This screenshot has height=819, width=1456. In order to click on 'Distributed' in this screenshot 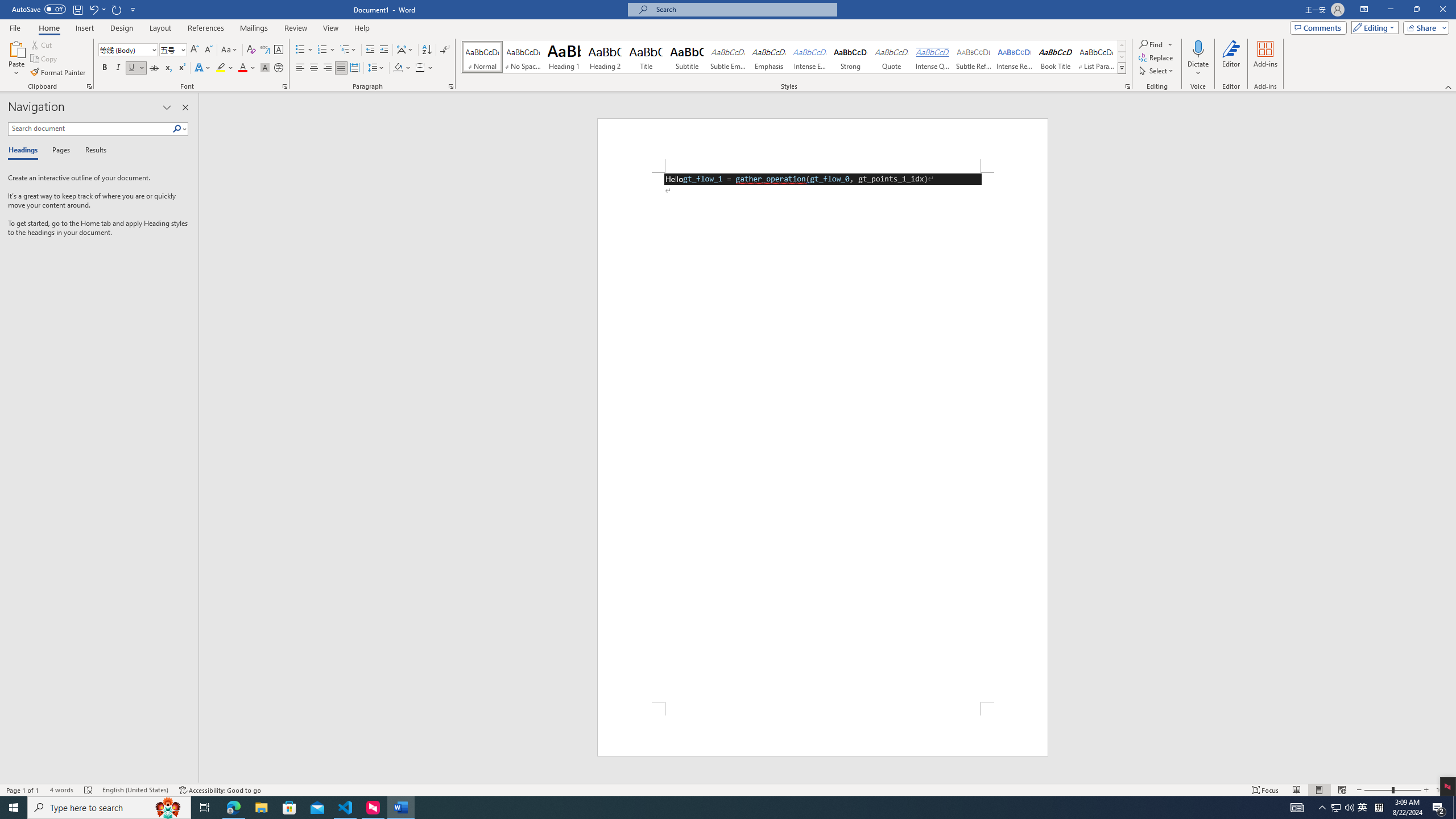, I will do `click(354, 67)`.